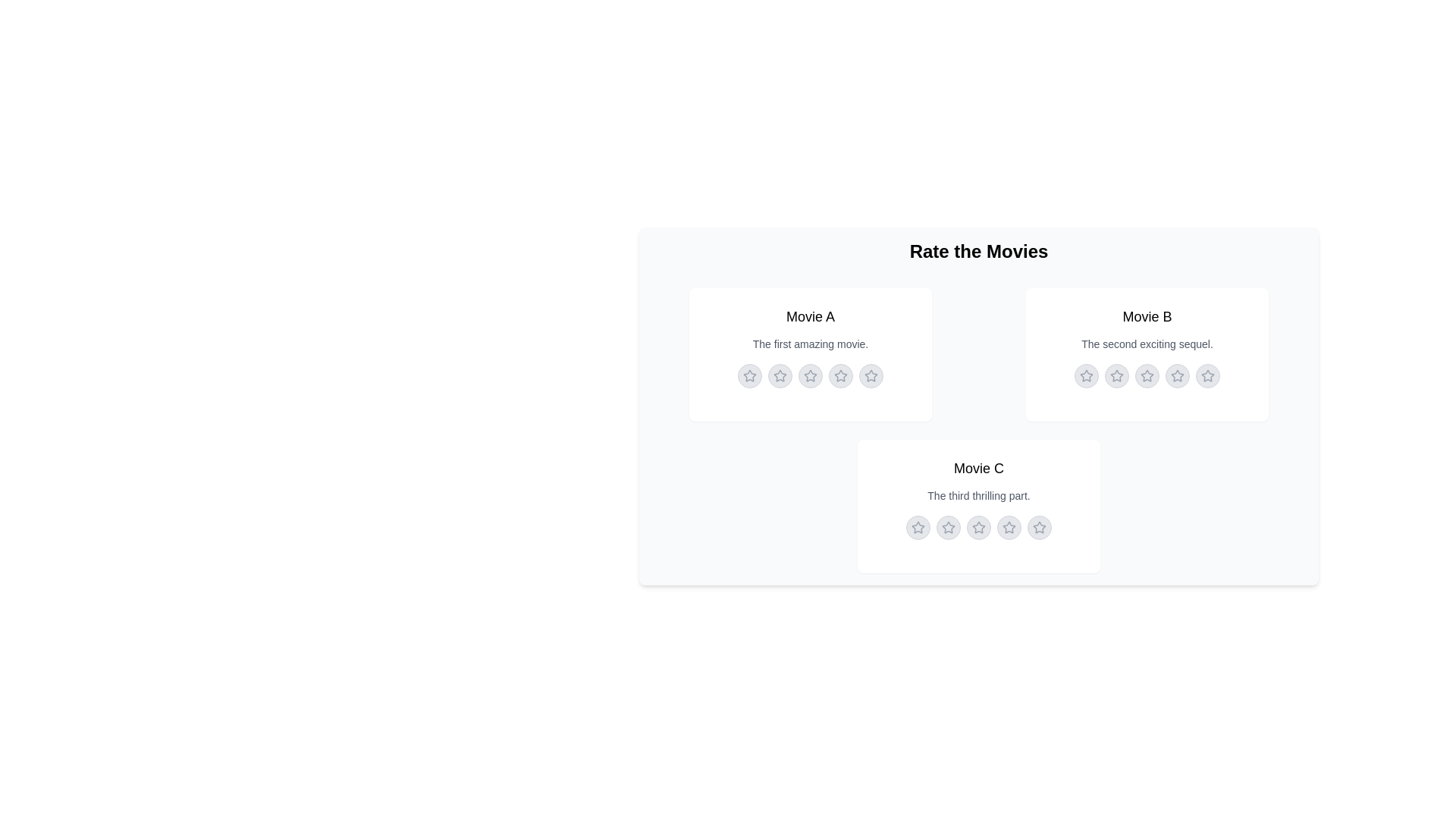 The height and width of the screenshot is (819, 1456). I want to click on the fifth rating star icon for 'Movie A', so click(871, 375).